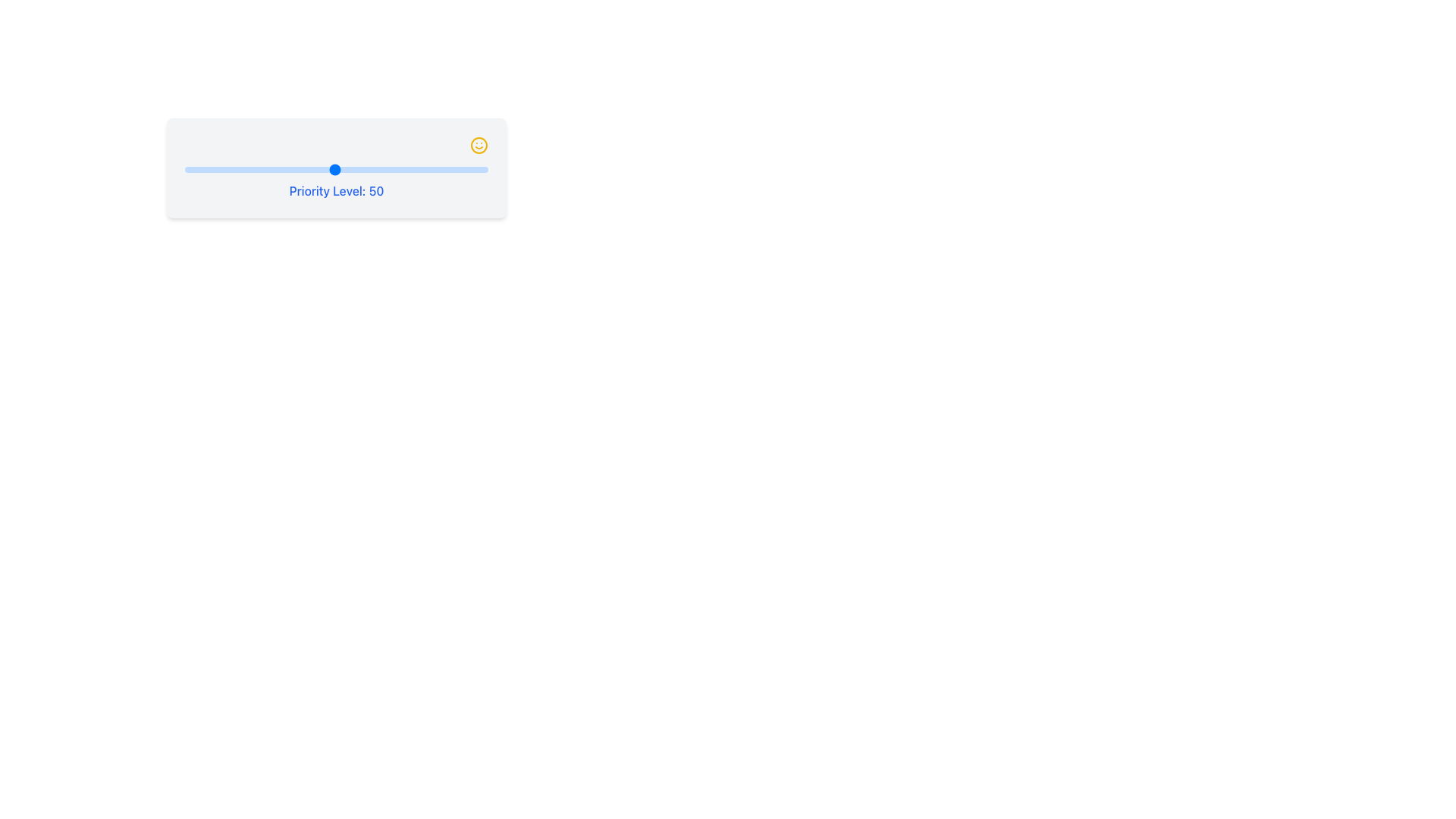  What do you see at coordinates (444, 169) in the screenshot?
I see `the priority level` at bounding box center [444, 169].